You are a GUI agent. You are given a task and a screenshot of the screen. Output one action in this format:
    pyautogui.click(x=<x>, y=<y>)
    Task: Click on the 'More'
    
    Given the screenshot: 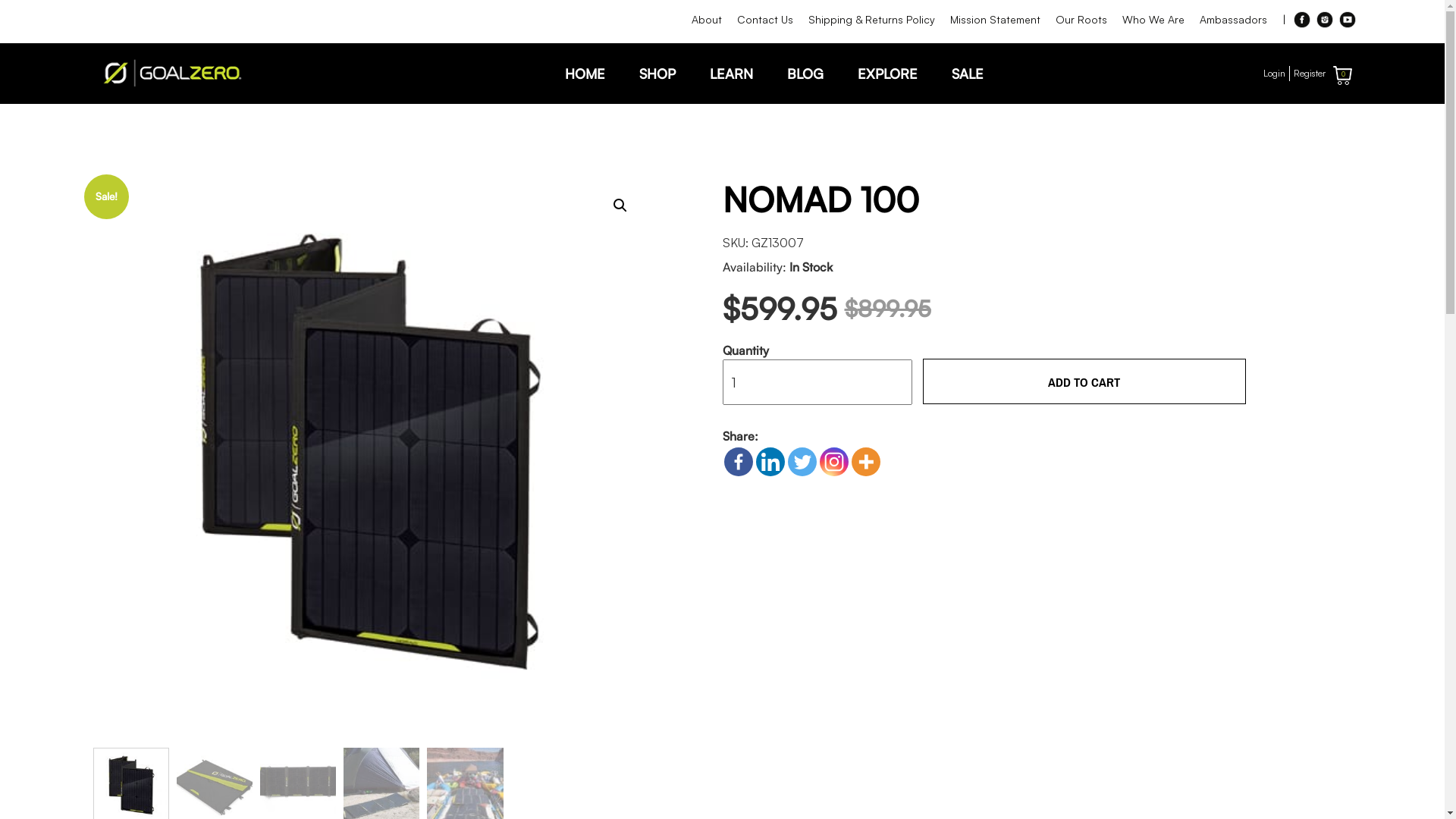 What is the action you would take?
    pyautogui.click(x=865, y=461)
    